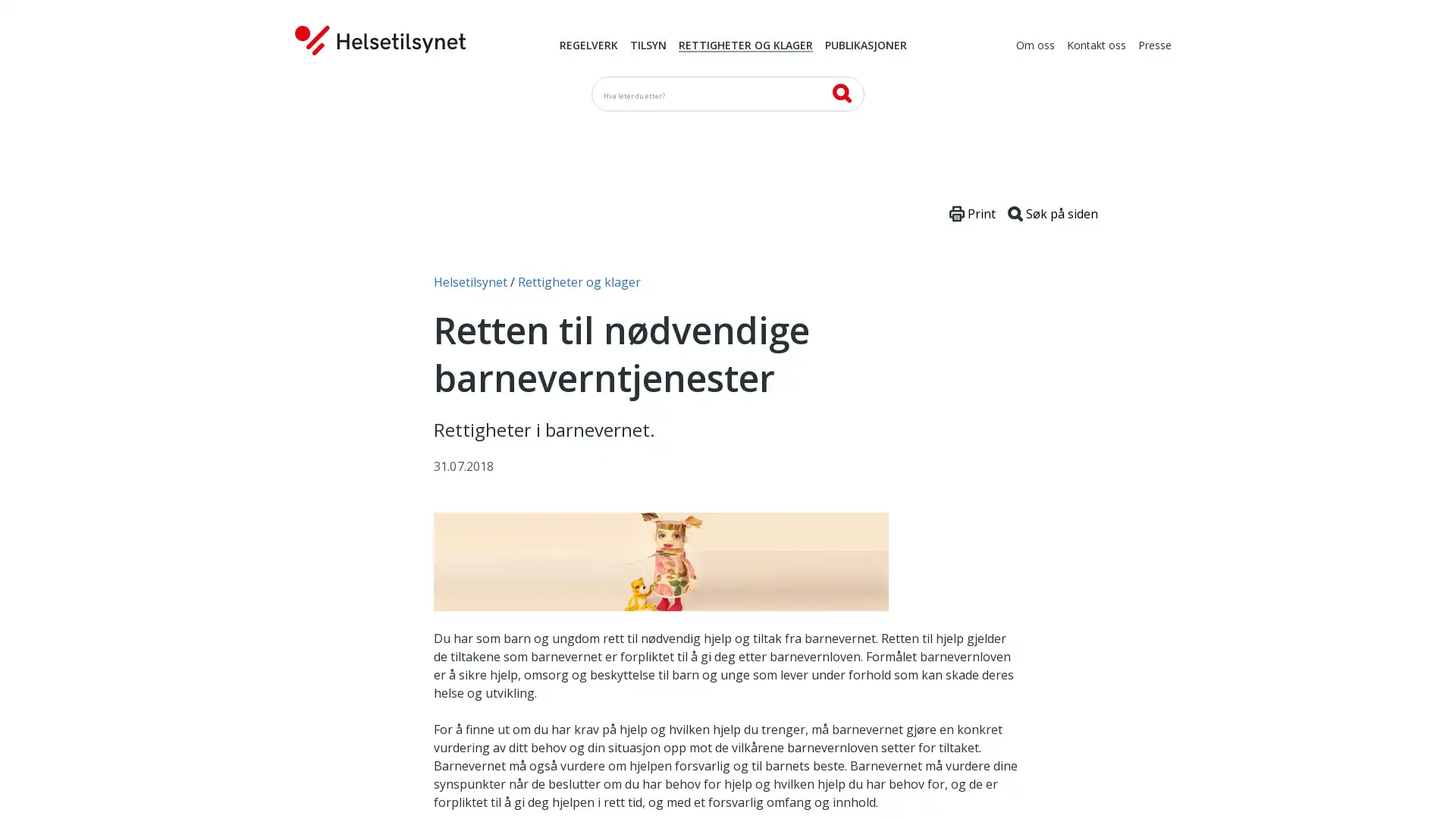 The image size is (1456, 819). I want to click on Sk pa siden, so click(1052, 213).